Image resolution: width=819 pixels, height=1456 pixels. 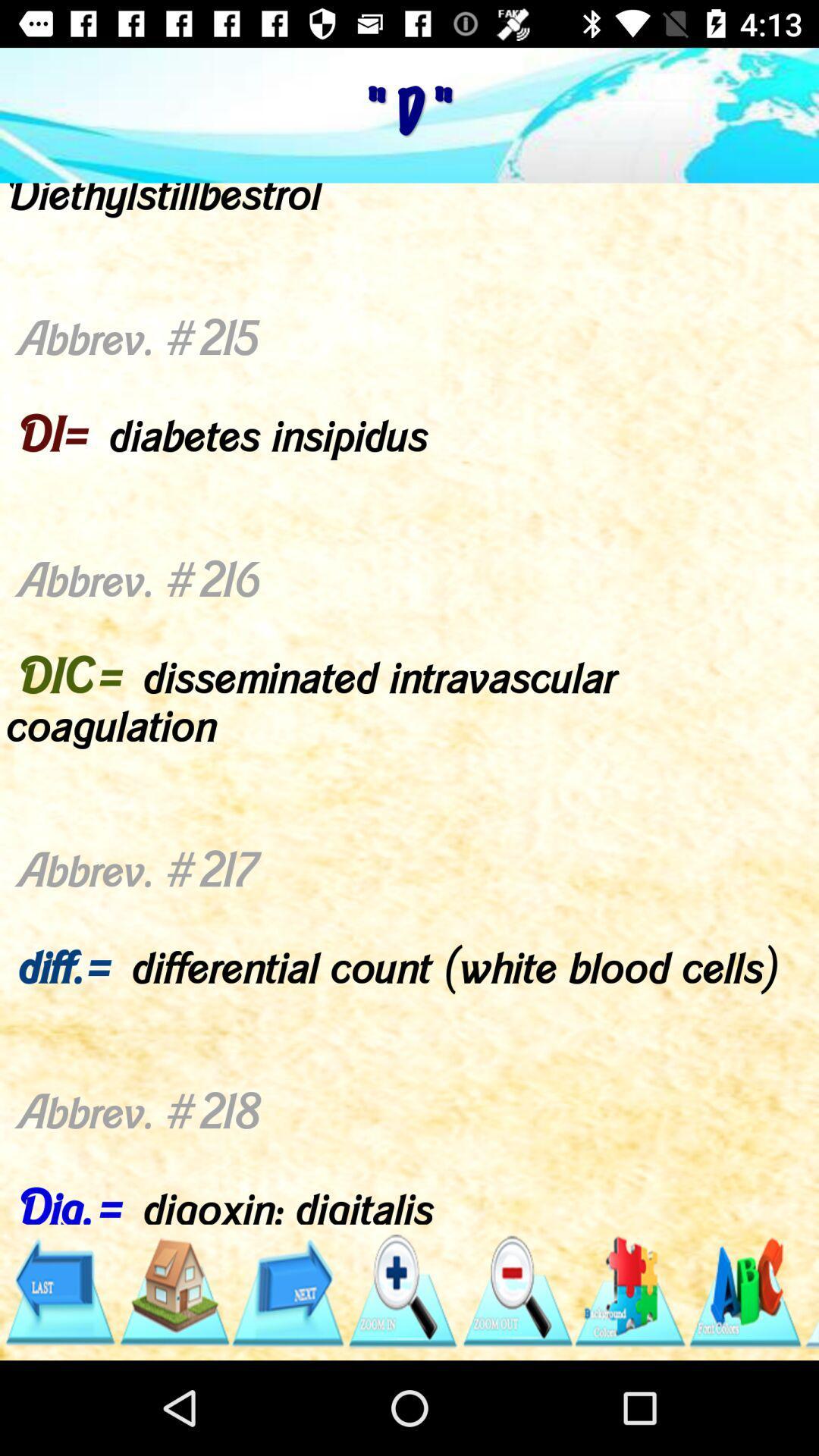 What do you see at coordinates (631, 1291) in the screenshot?
I see `item below abbrev 	209	 	d app` at bounding box center [631, 1291].